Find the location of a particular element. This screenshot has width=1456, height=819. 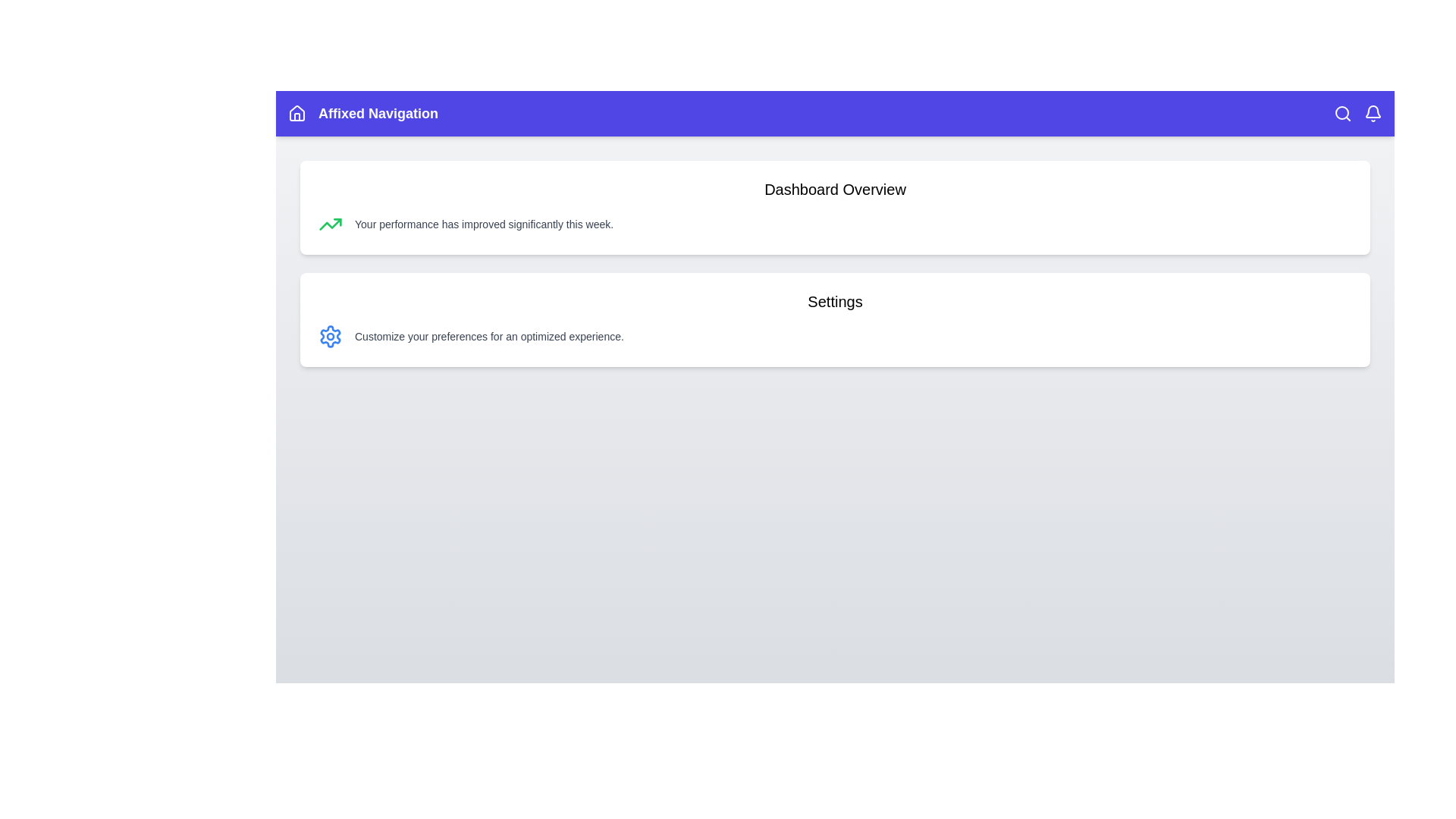

the blue gear-shaped icon representing settings, located to the left of the text 'Customize your preferences for an optimized experience.' is located at coordinates (330, 335).